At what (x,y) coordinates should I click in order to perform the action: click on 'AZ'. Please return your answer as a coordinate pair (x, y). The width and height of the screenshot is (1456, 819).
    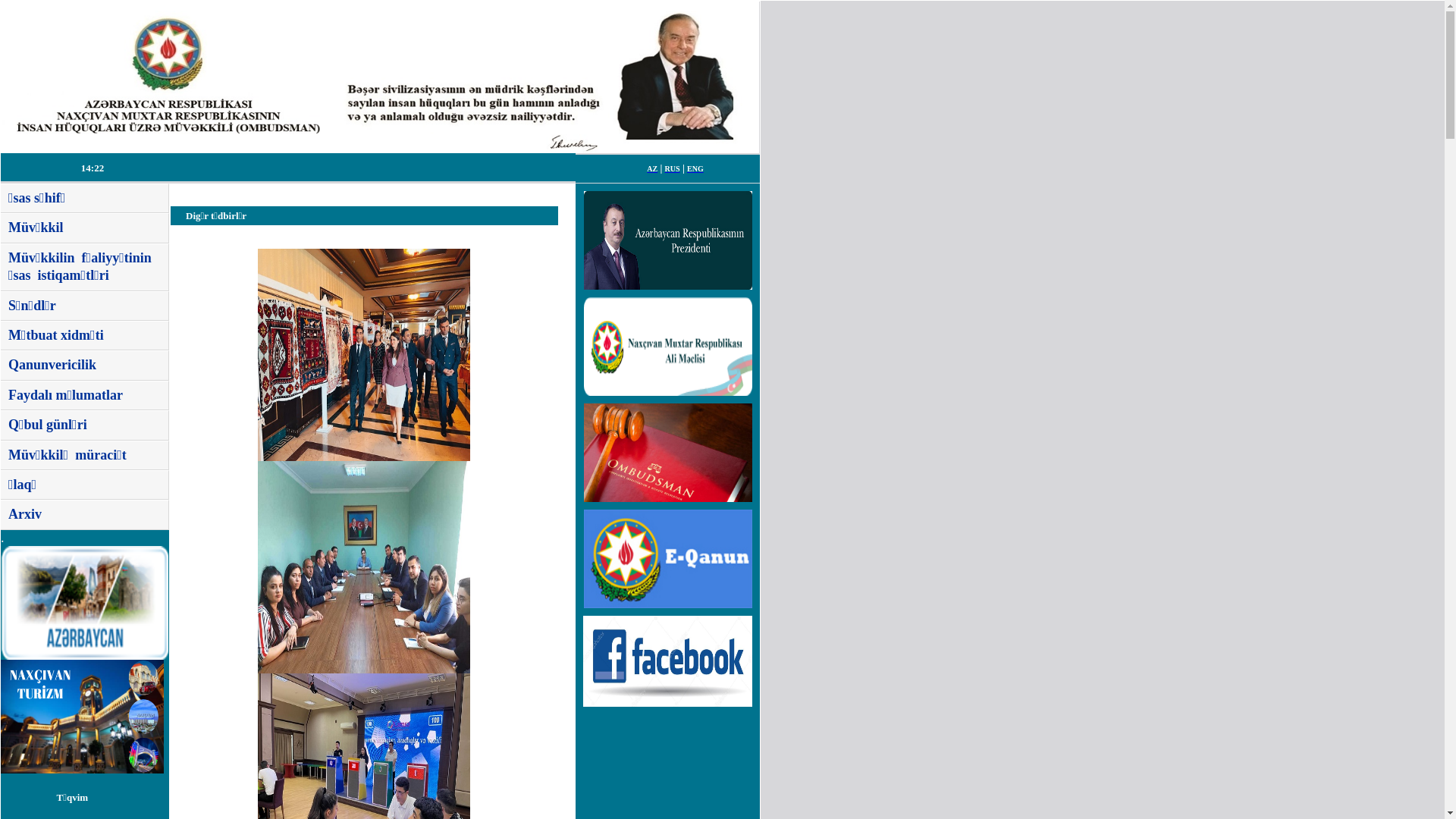
    Looking at the image, I should click on (647, 168).